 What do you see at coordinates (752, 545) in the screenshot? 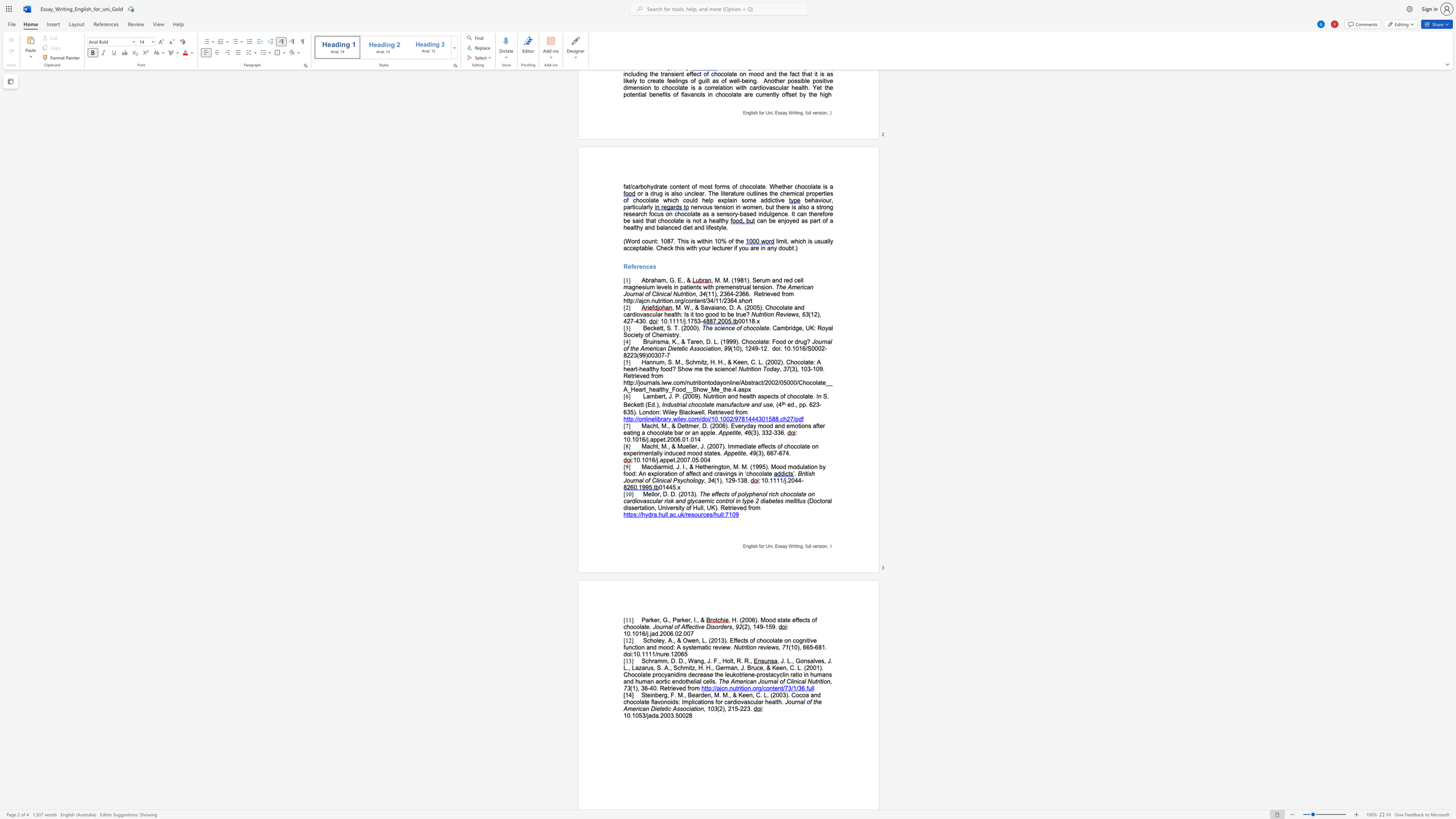
I see `the subset text "ish for Uni, Essay Writing" within the text "English for Uni, Essay Writing, full version,"` at bounding box center [752, 545].